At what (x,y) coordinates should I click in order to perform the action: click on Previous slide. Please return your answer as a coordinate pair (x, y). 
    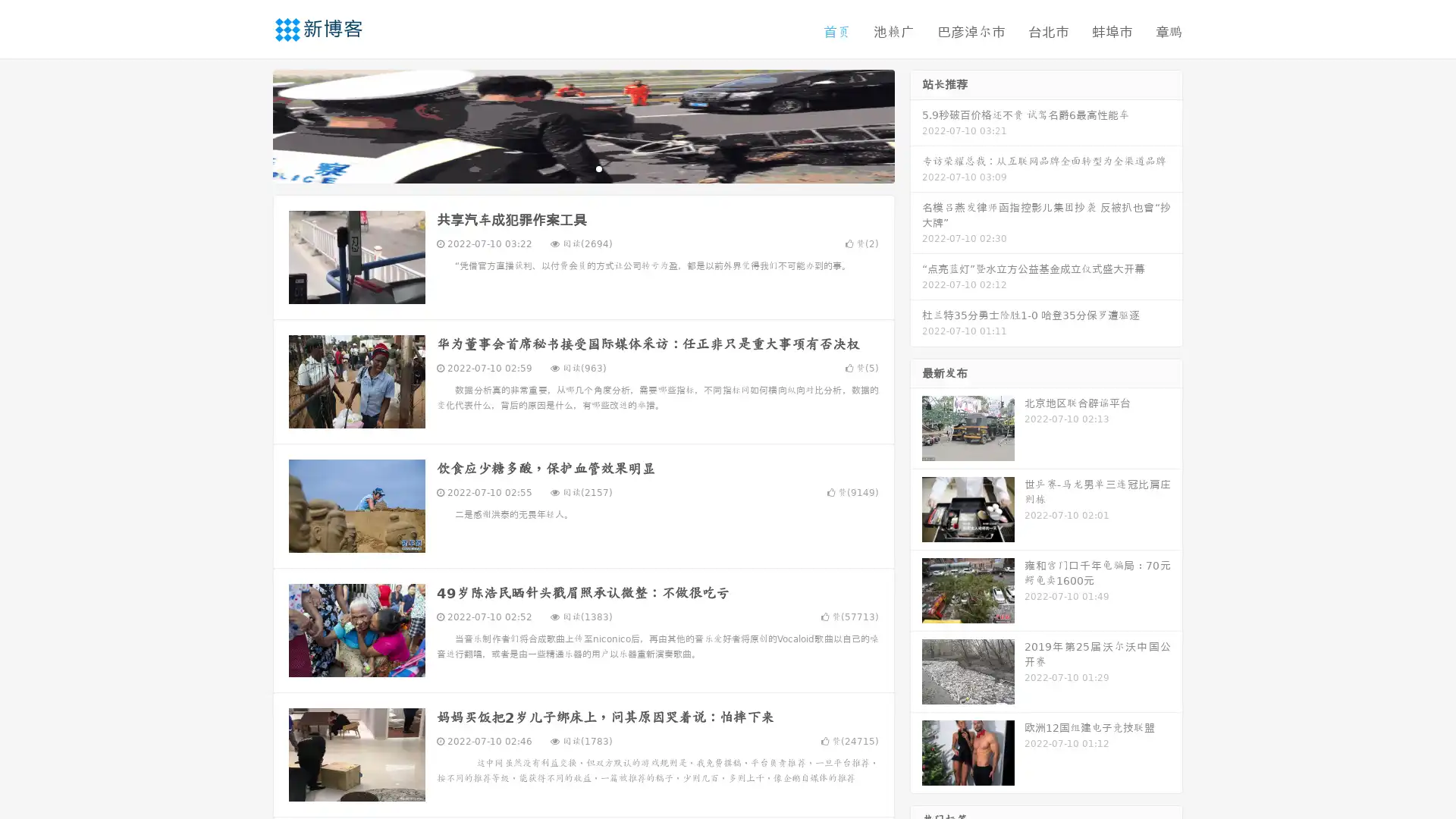
    Looking at the image, I should click on (250, 127).